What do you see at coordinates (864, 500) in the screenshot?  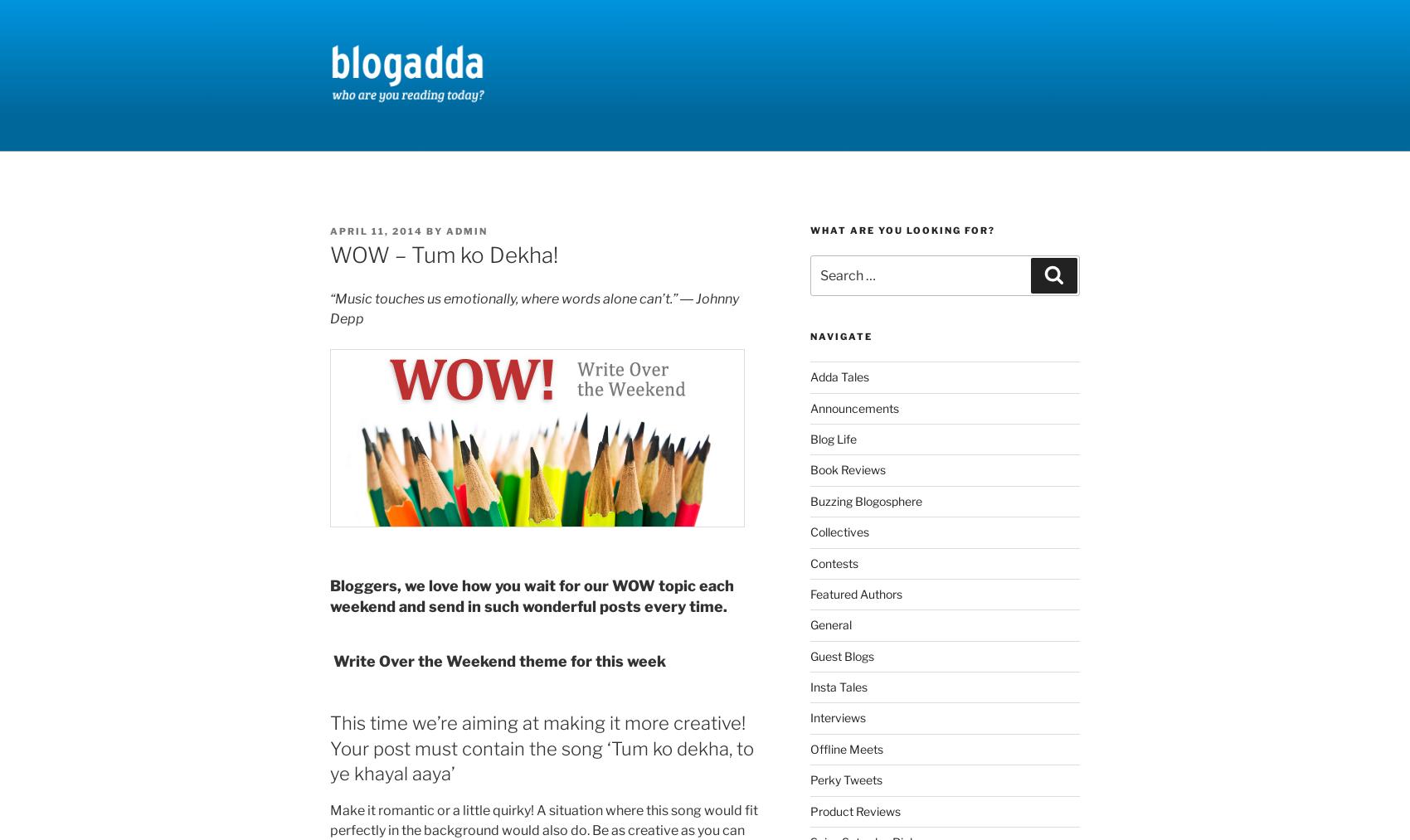 I see `'Buzzing Blogosphere'` at bounding box center [864, 500].